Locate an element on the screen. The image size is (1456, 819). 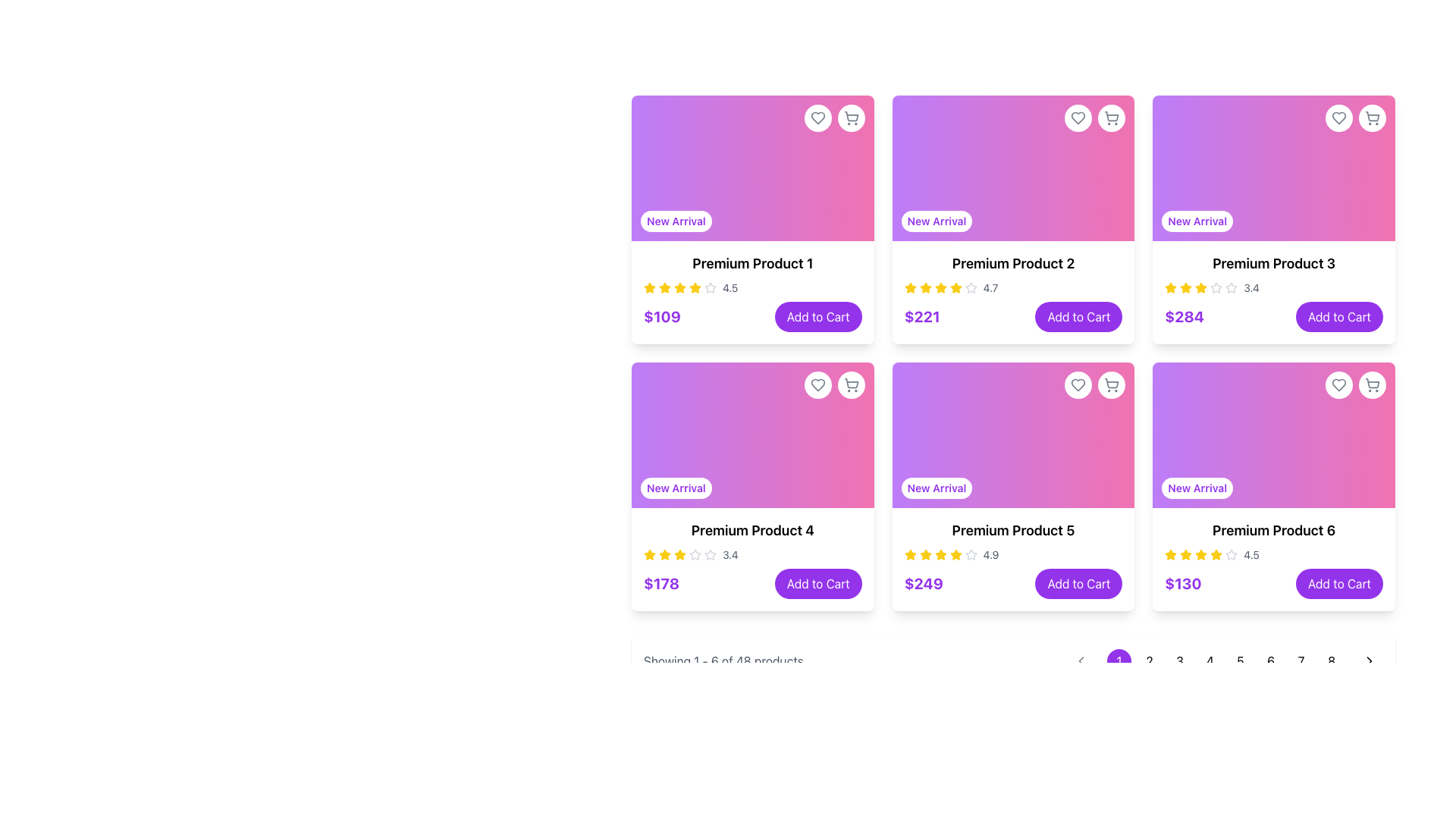
the product card located at the top-left corner of the grid is located at coordinates (752, 219).